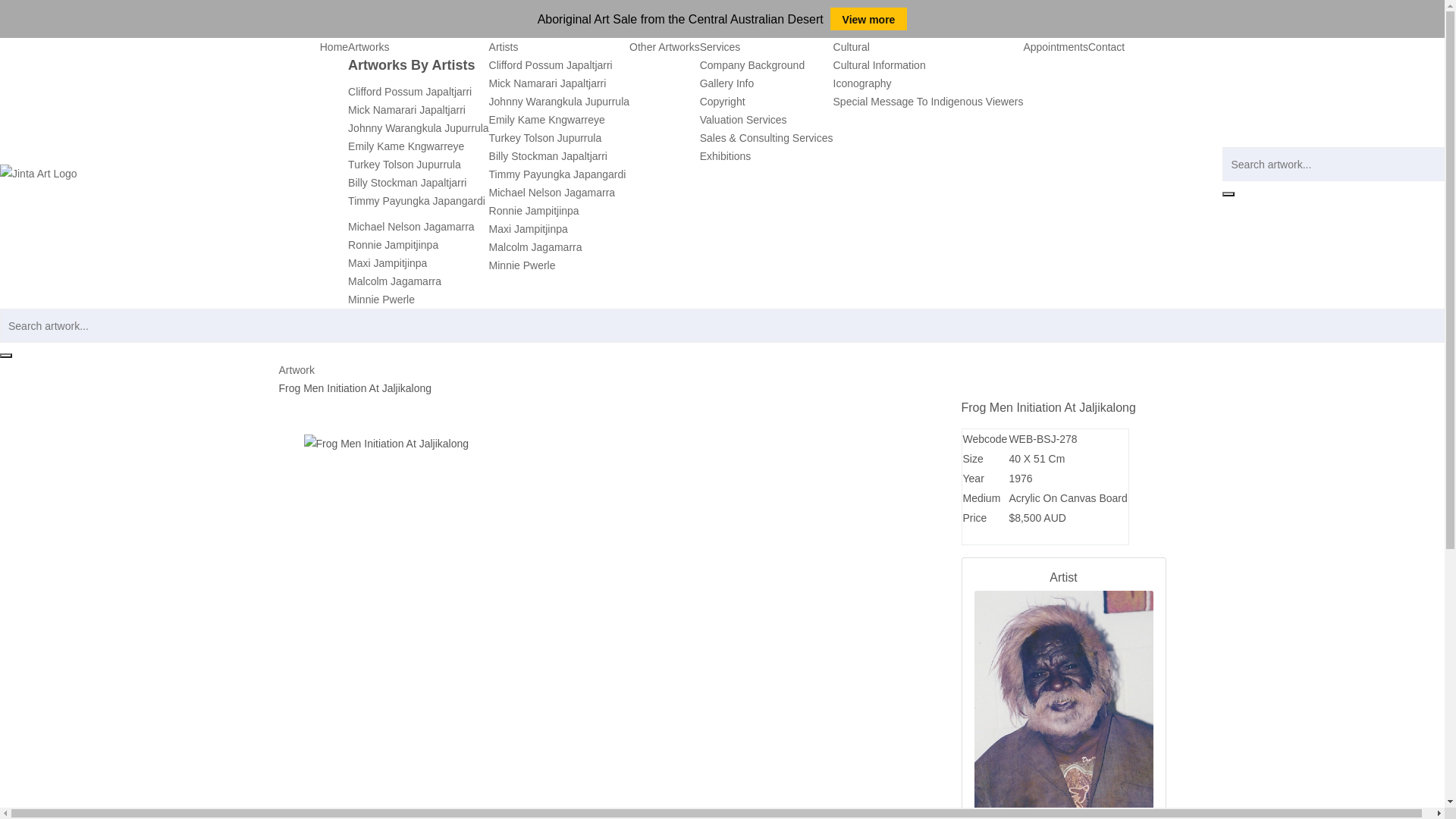 The height and width of the screenshot is (819, 1456). I want to click on 'Artwork', so click(297, 370).